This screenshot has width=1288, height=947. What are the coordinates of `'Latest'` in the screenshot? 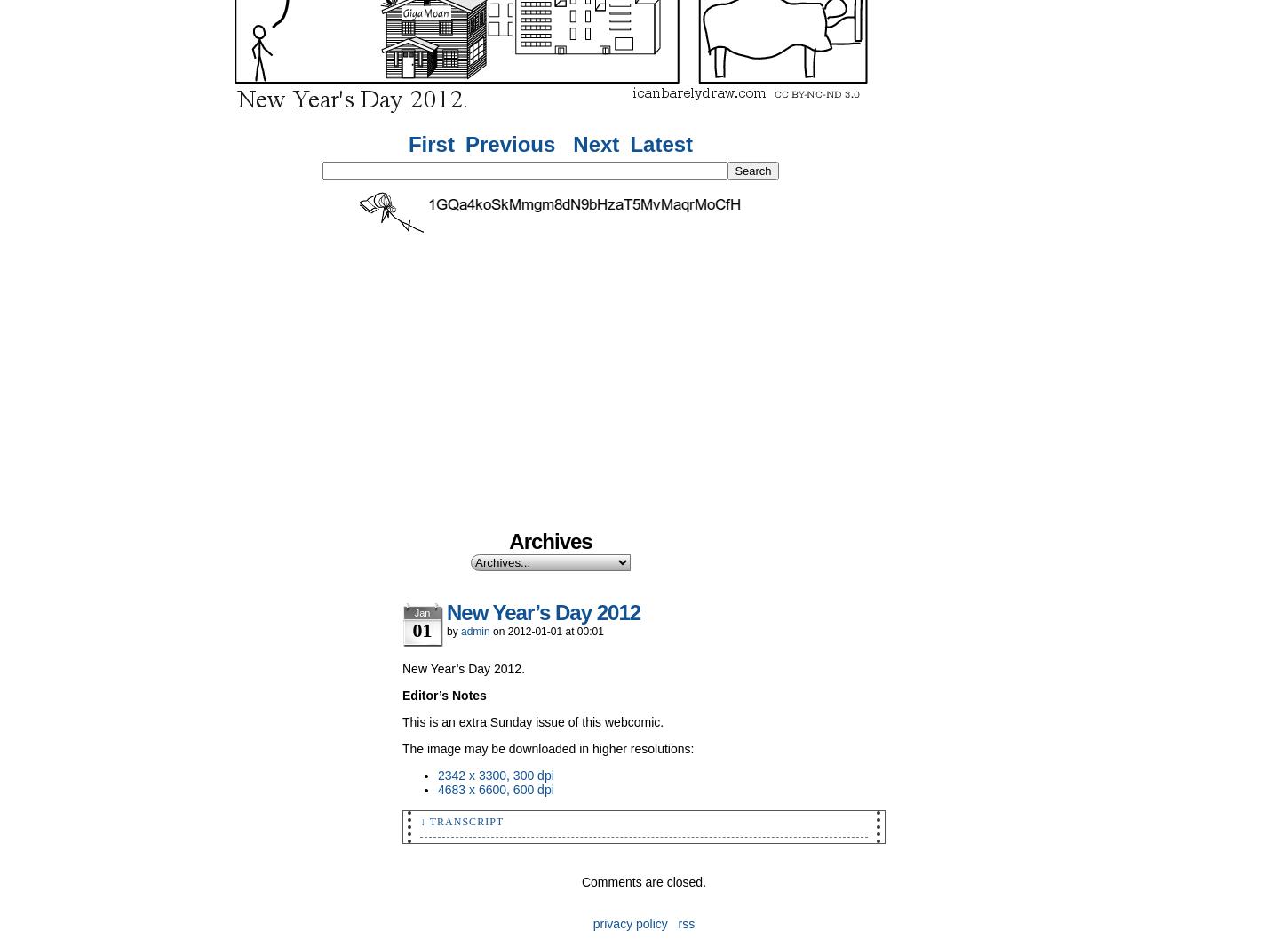 It's located at (661, 143).